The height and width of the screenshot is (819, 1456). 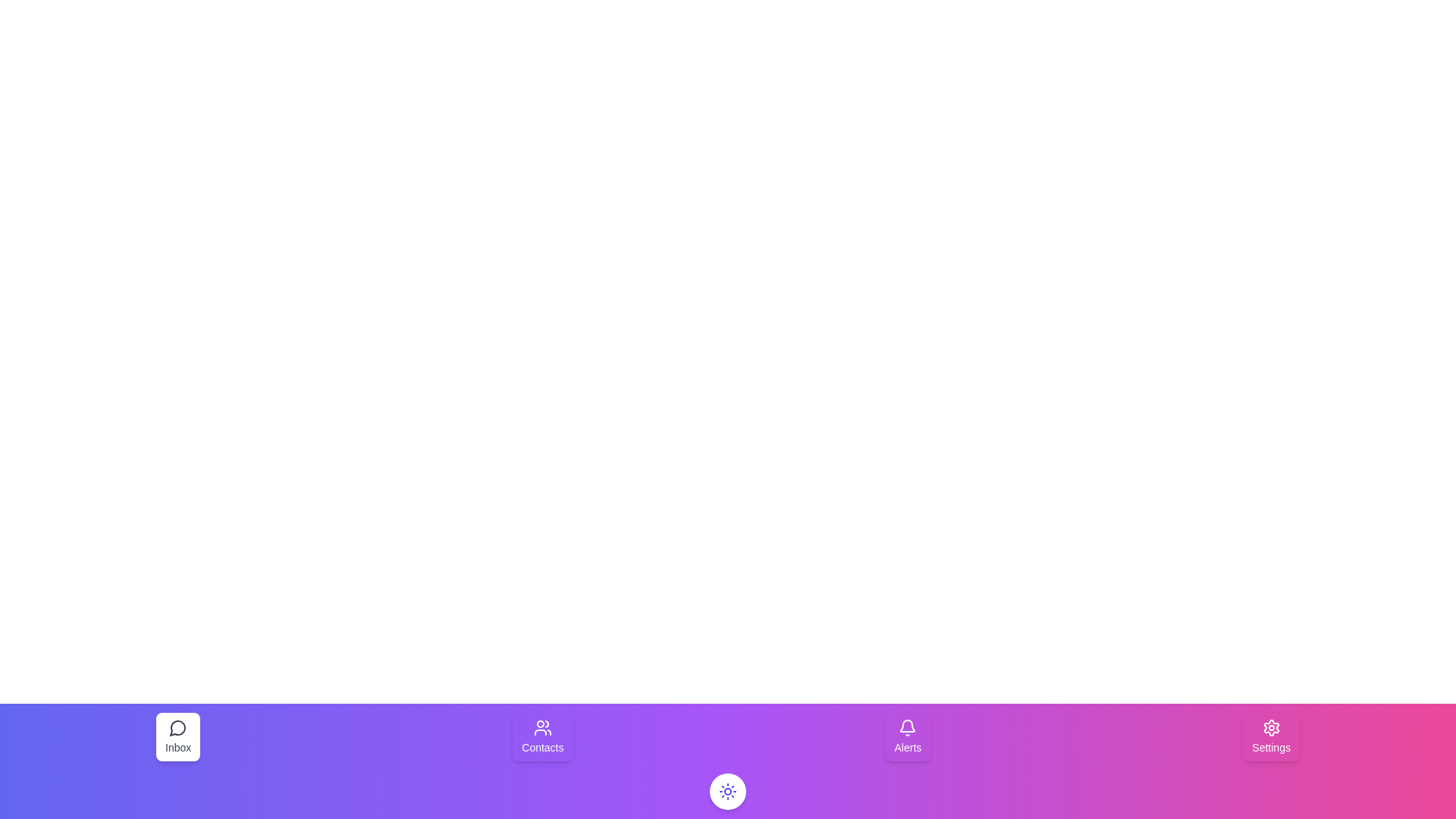 What do you see at coordinates (907, 736) in the screenshot?
I see `the navigation item Alerts to select it` at bounding box center [907, 736].